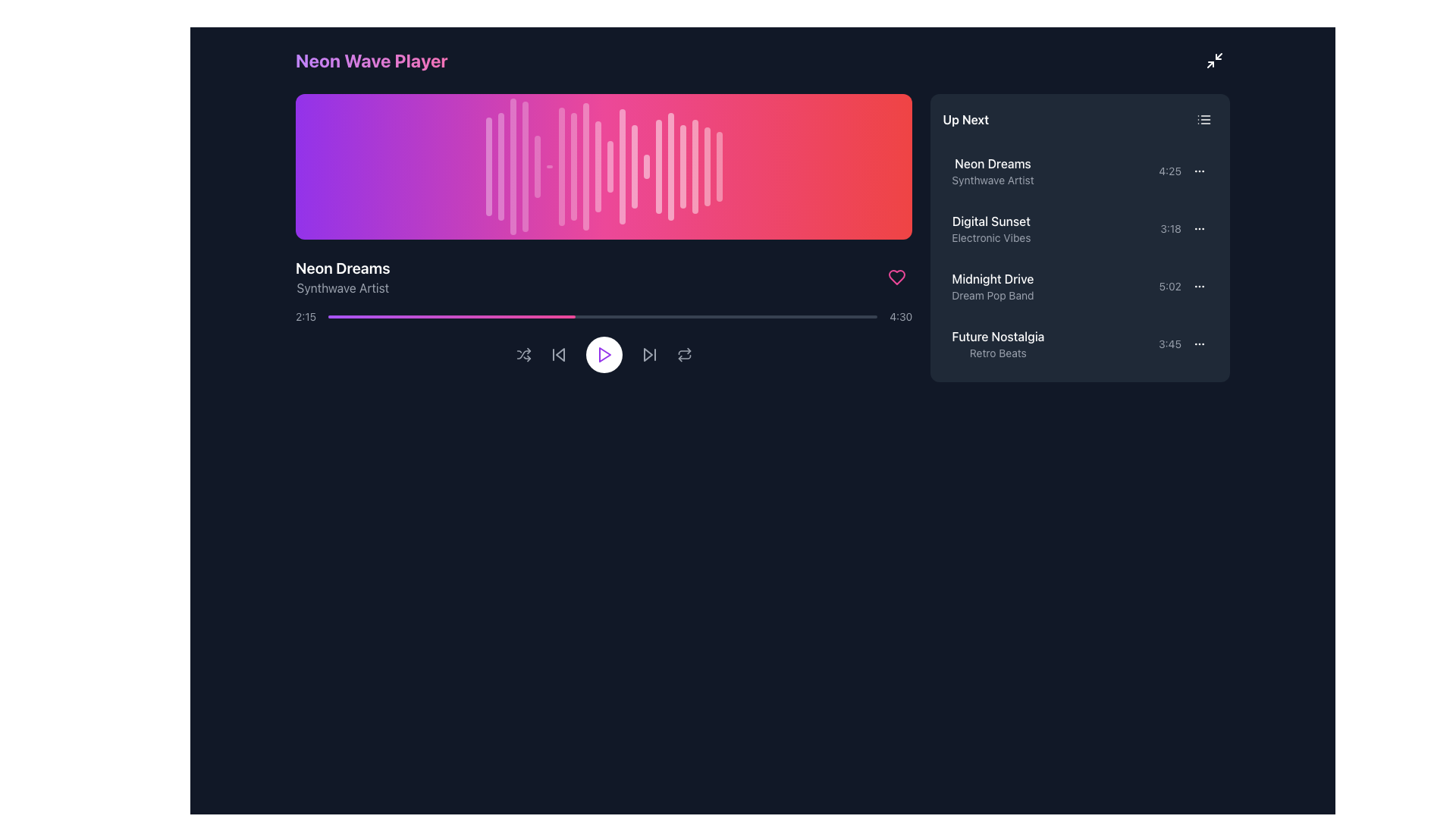 This screenshot has width=1456, height=819. Describe the element at coordinates (998, 353) in the screenshot. I see `the static text label providing additional descriptive information for the music item 'Future Nostalgia', located beneath its details in the right-hand panel under 'Up Next'` at that location.